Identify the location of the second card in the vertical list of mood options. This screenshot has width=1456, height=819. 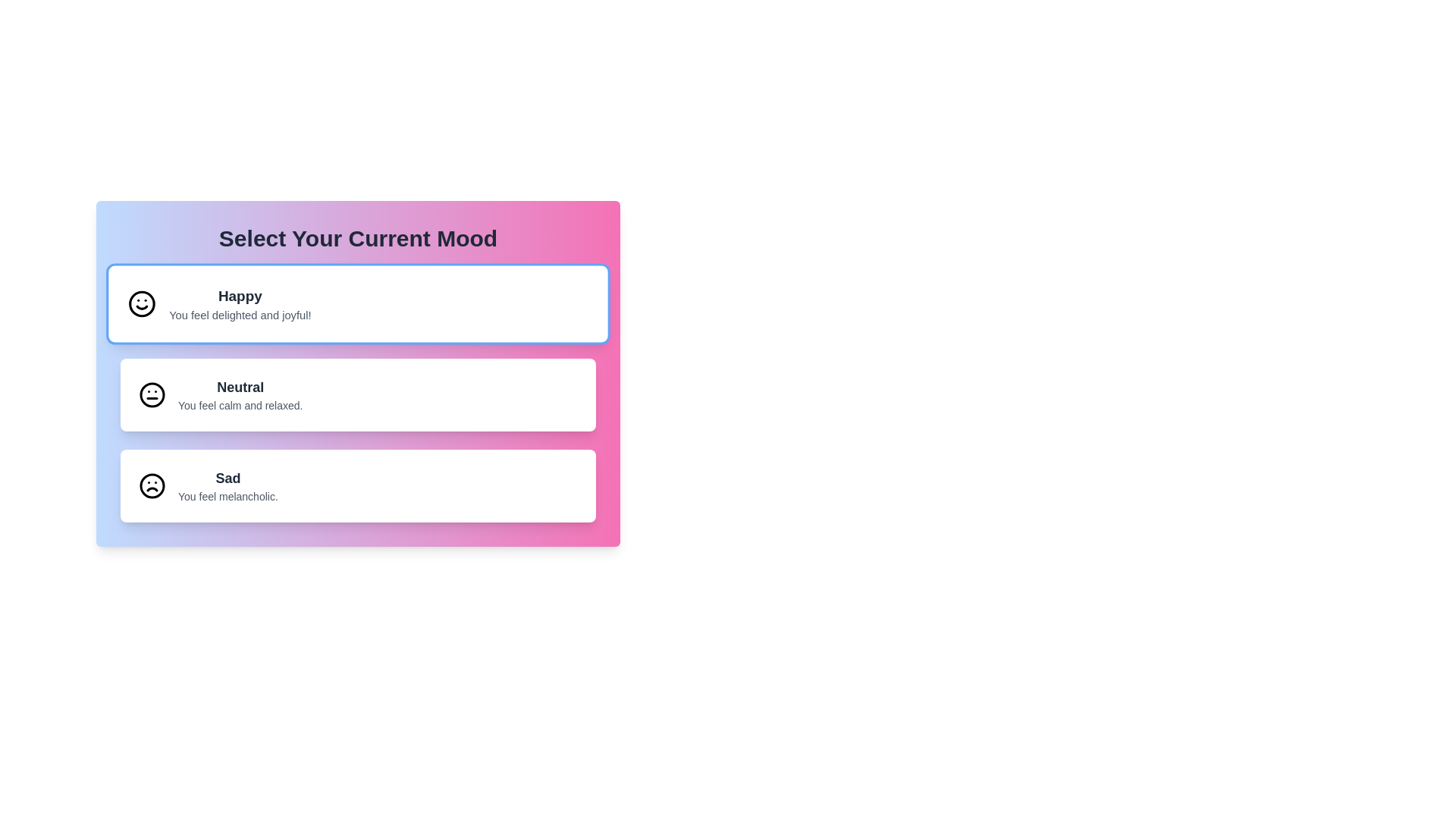
(357, 394).